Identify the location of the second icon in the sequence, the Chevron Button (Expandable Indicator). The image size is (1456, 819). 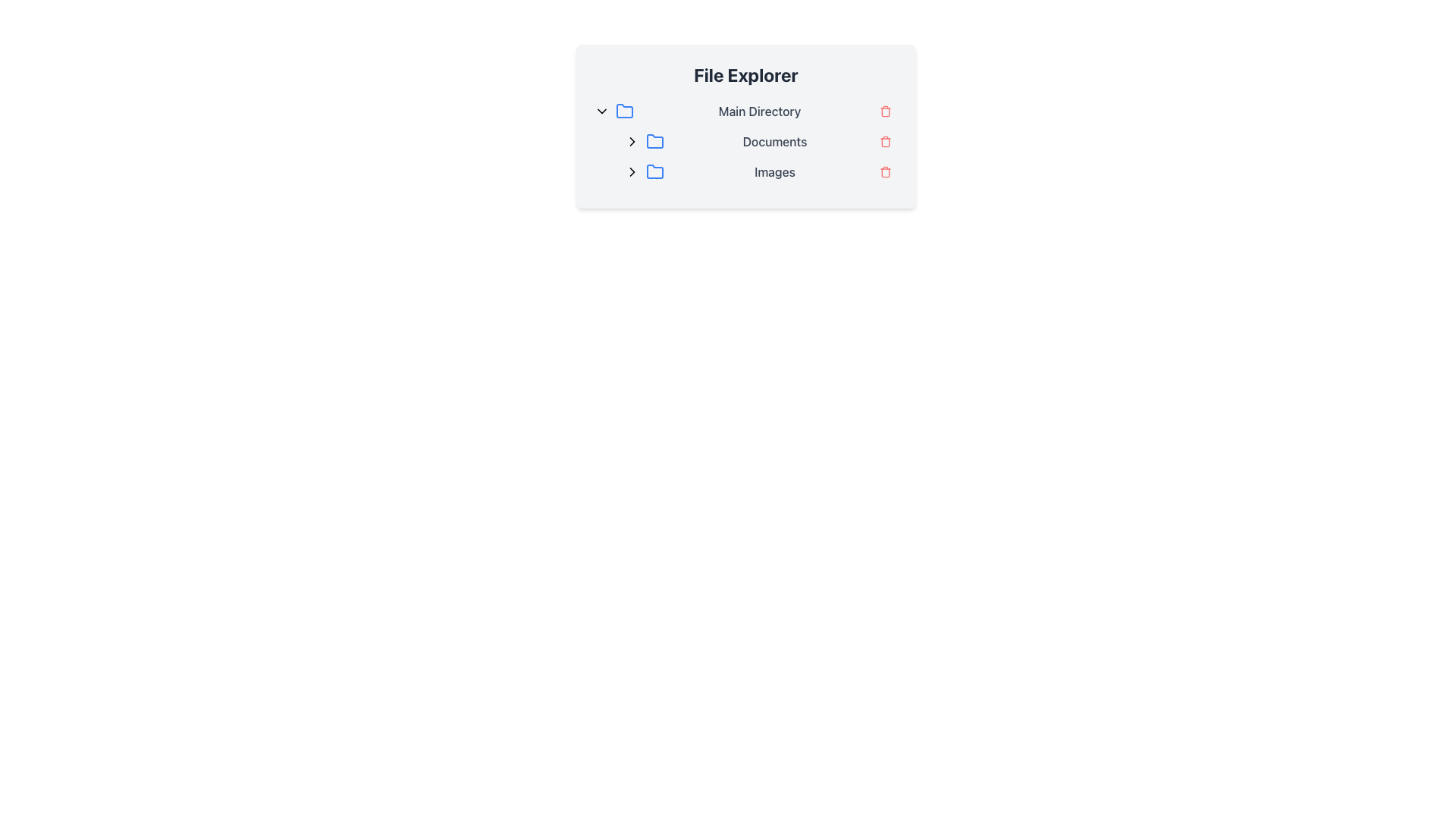
(632, 141).